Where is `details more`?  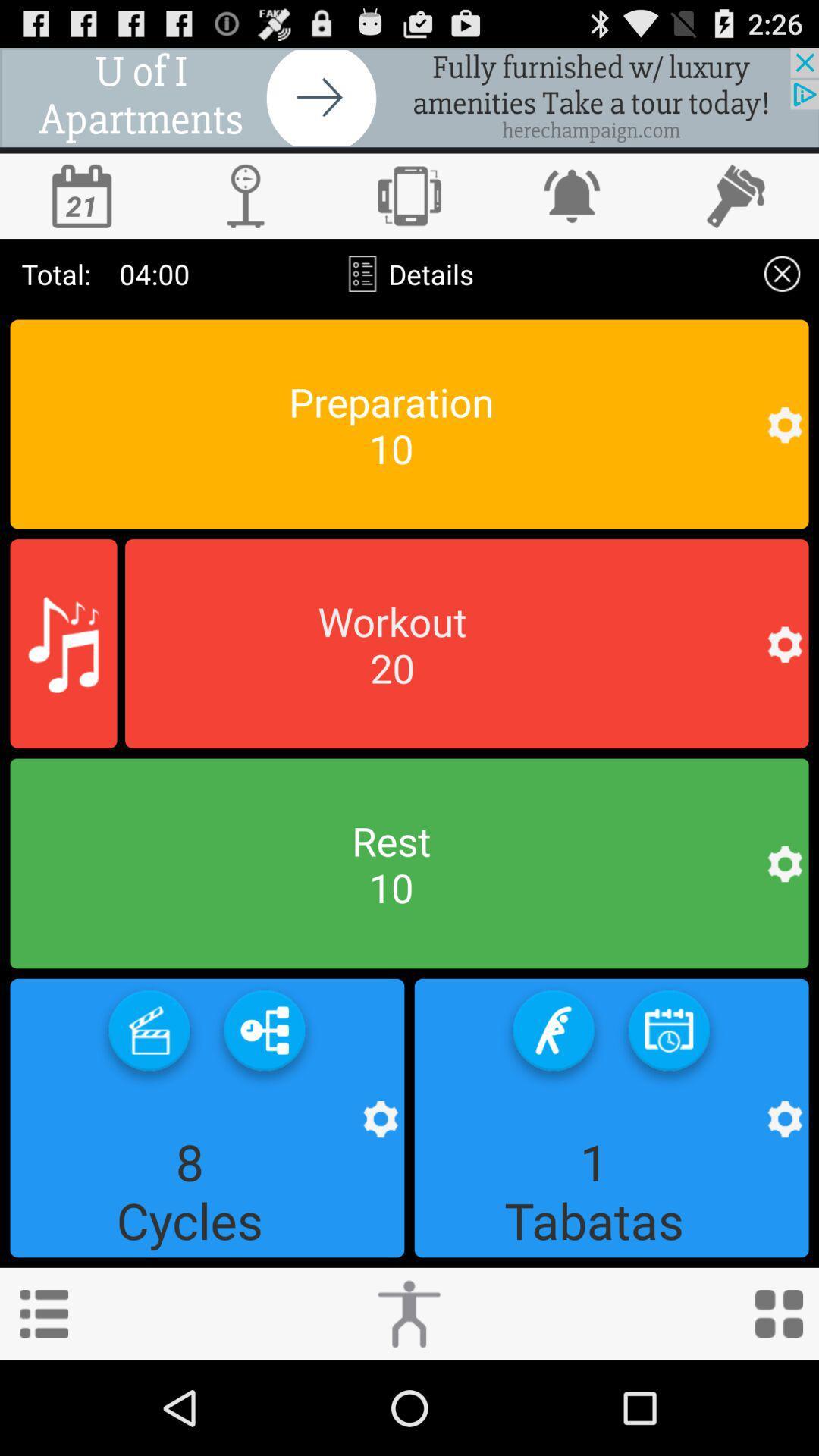 details more is located at coordinates (782, 274).